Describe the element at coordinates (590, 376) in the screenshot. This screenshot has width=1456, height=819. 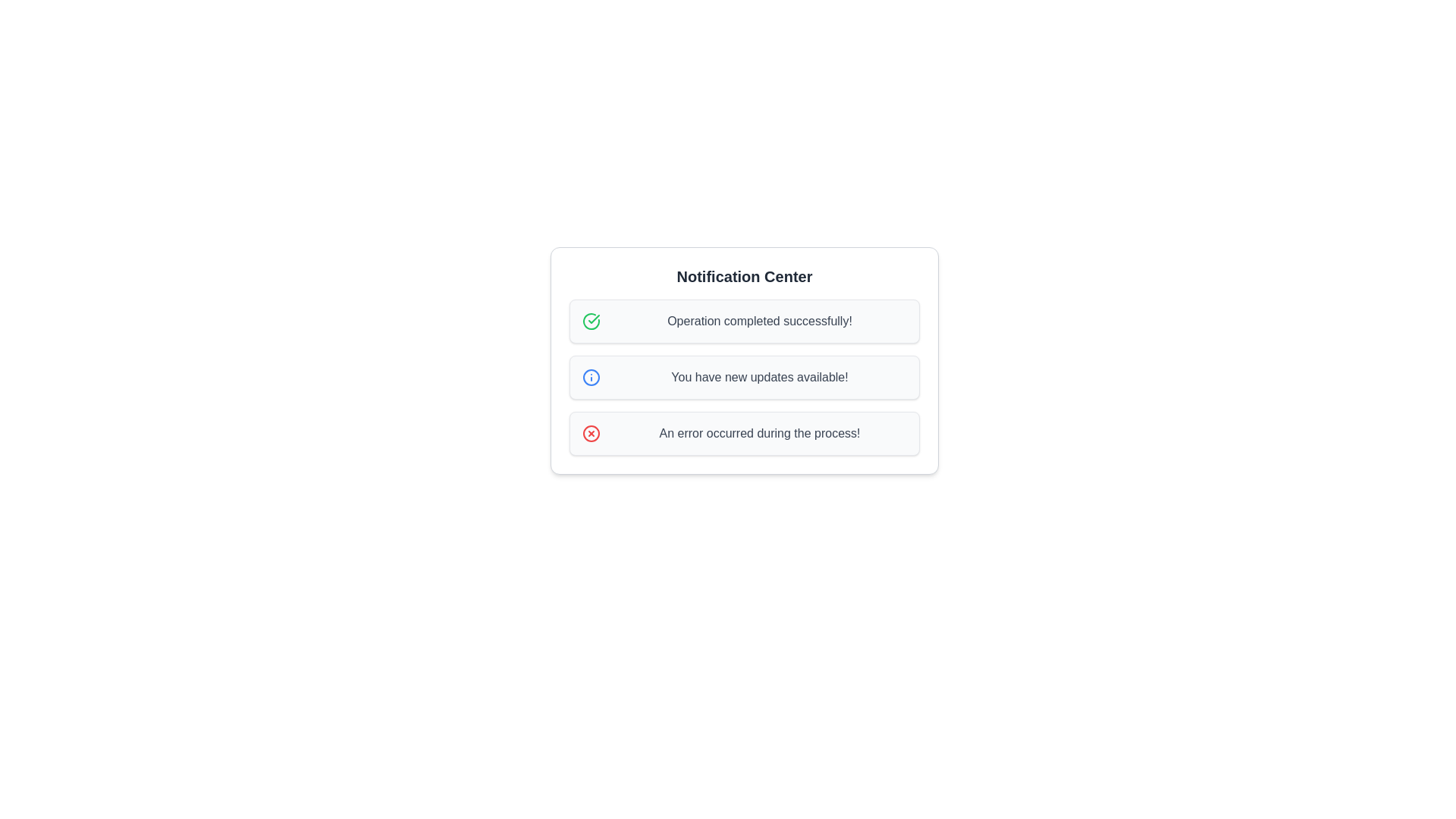
I see `the circular graphic element in the second line's icon from the top in the notification list, which is aligned to the left of the text 'You have new updates available!'` at that location.